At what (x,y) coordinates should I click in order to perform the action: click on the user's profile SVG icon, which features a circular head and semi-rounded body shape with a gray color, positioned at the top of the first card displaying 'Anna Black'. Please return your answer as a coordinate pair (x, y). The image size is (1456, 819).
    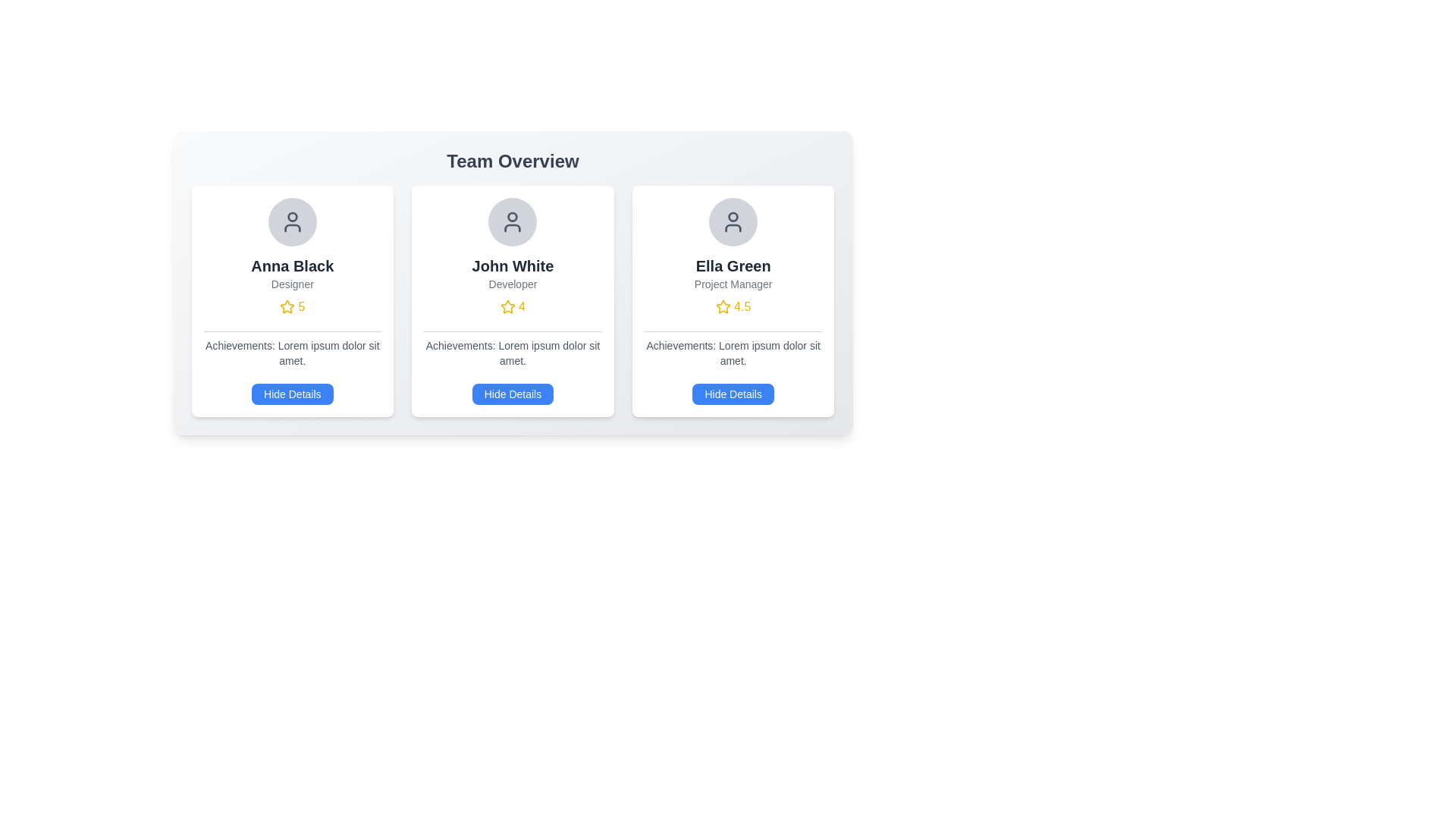
    Looking at the image, I should click on (292, 222).